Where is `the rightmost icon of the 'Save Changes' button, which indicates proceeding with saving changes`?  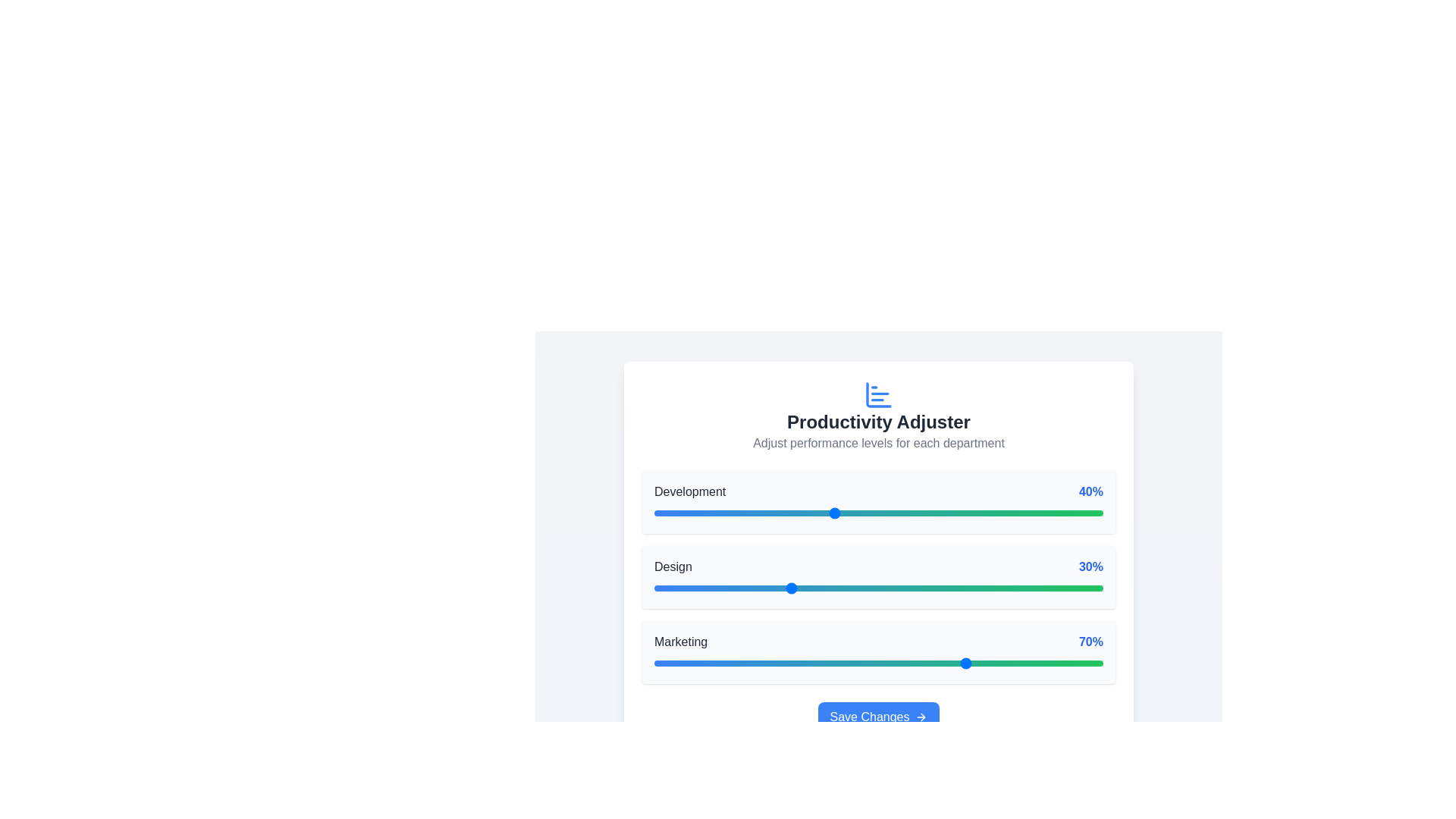 the rightmost icon of the 'Save Changes' button, which indicates proceeding with saving changes is located at coordinates (921, 717).